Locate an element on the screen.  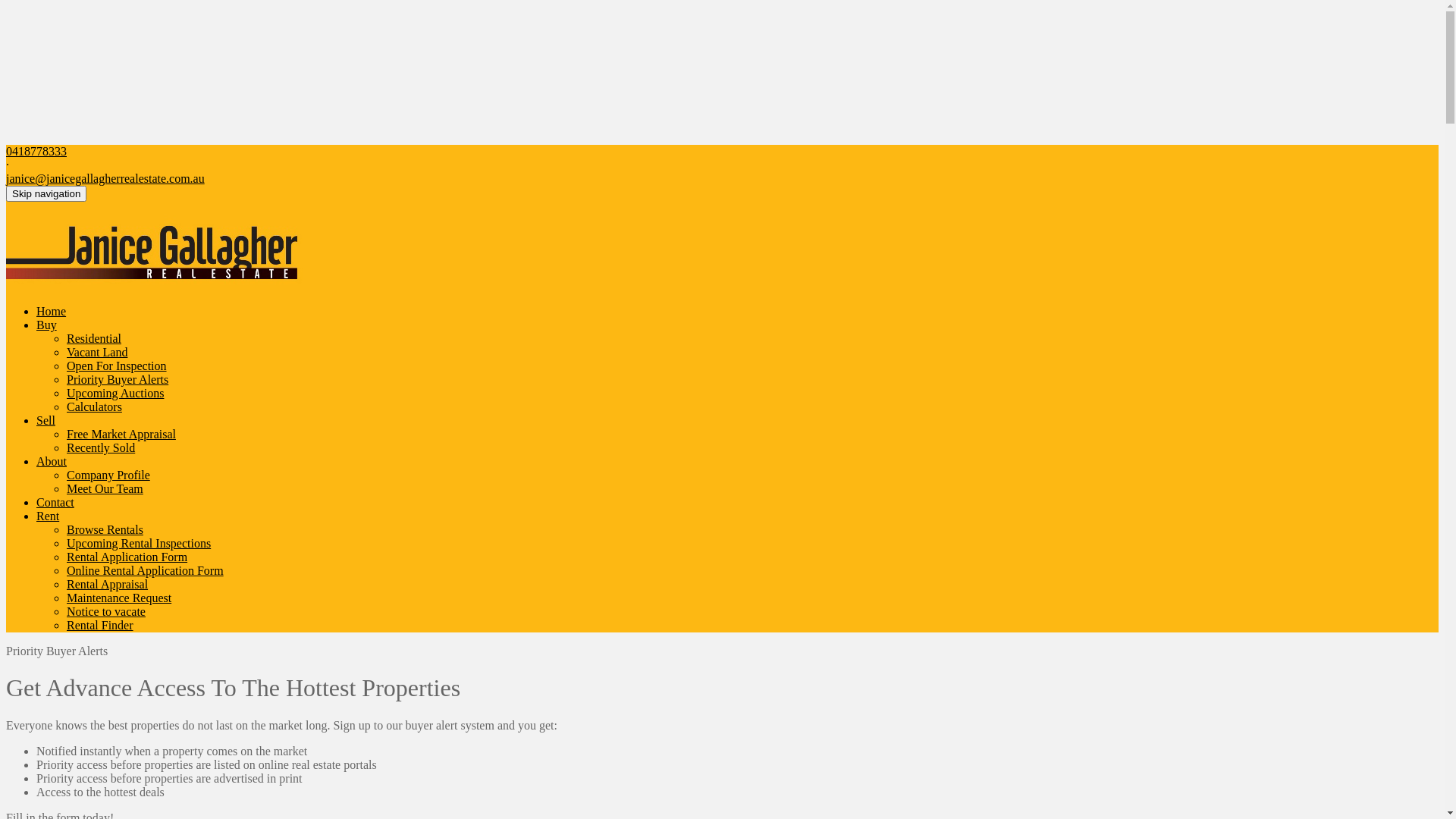
'Residential' is located at coordinates (65, 337).